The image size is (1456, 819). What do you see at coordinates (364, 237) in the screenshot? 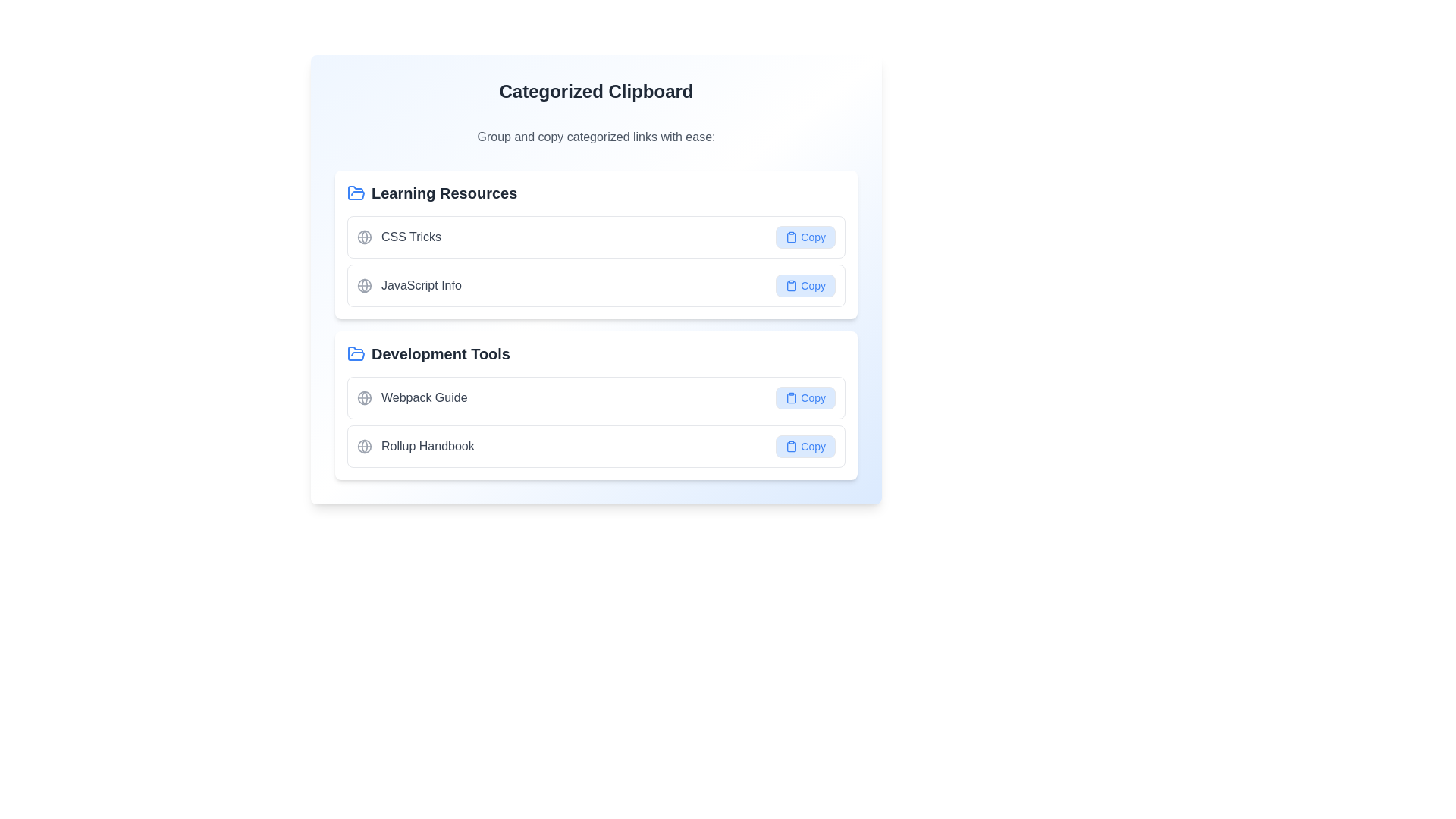
I see `the SVG circle element representing a globe icon located to the left of the 'CSS Tricks' text label in the 'Learning Resources' section` at bounding box center [364, 237].